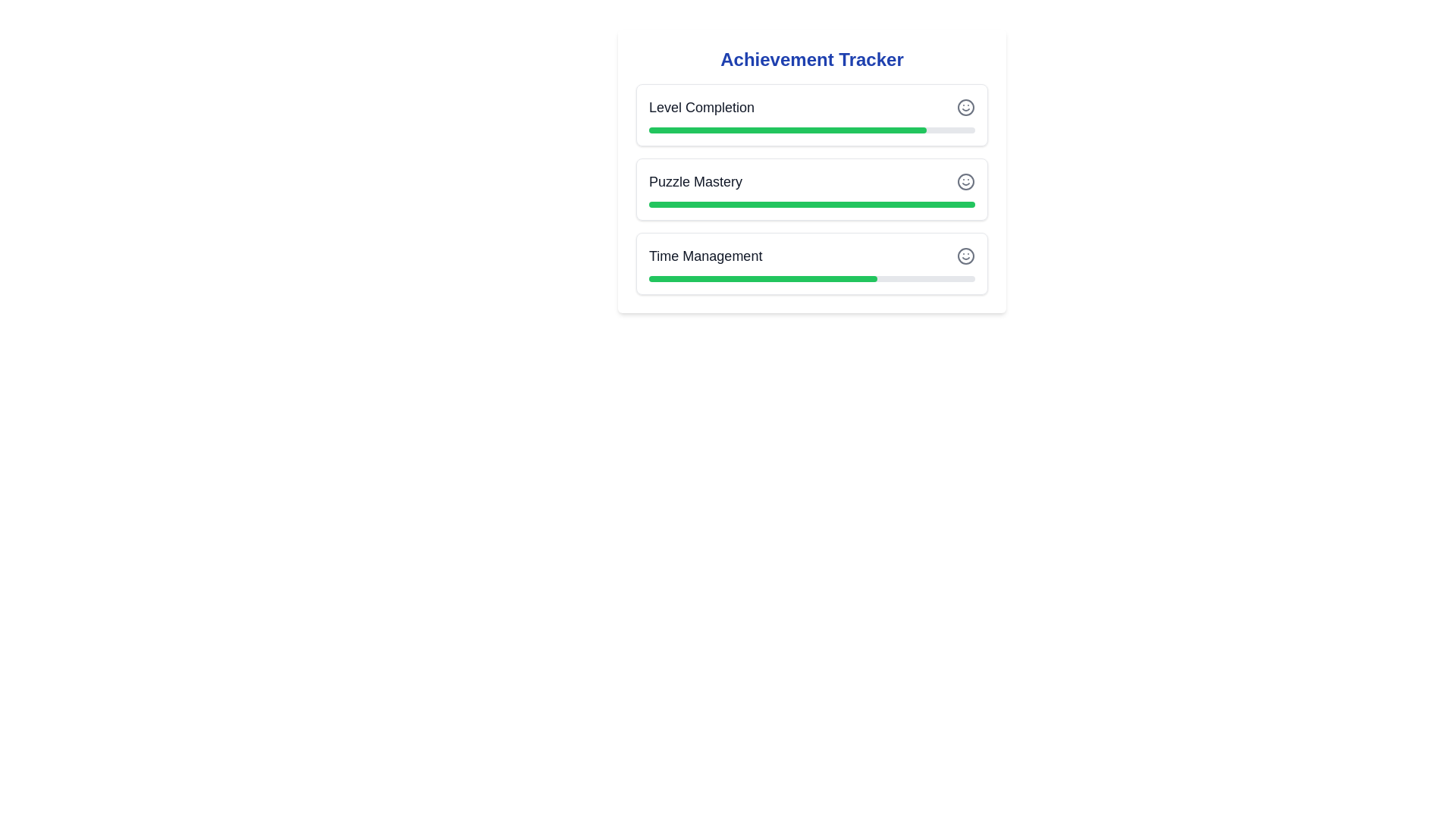 The image size is (1456, 819). I want to click on the interactive status indicator icon for the 'Puzzle Mastery' achievement located on the far right side of the horizontal bar, so click(965, 180).